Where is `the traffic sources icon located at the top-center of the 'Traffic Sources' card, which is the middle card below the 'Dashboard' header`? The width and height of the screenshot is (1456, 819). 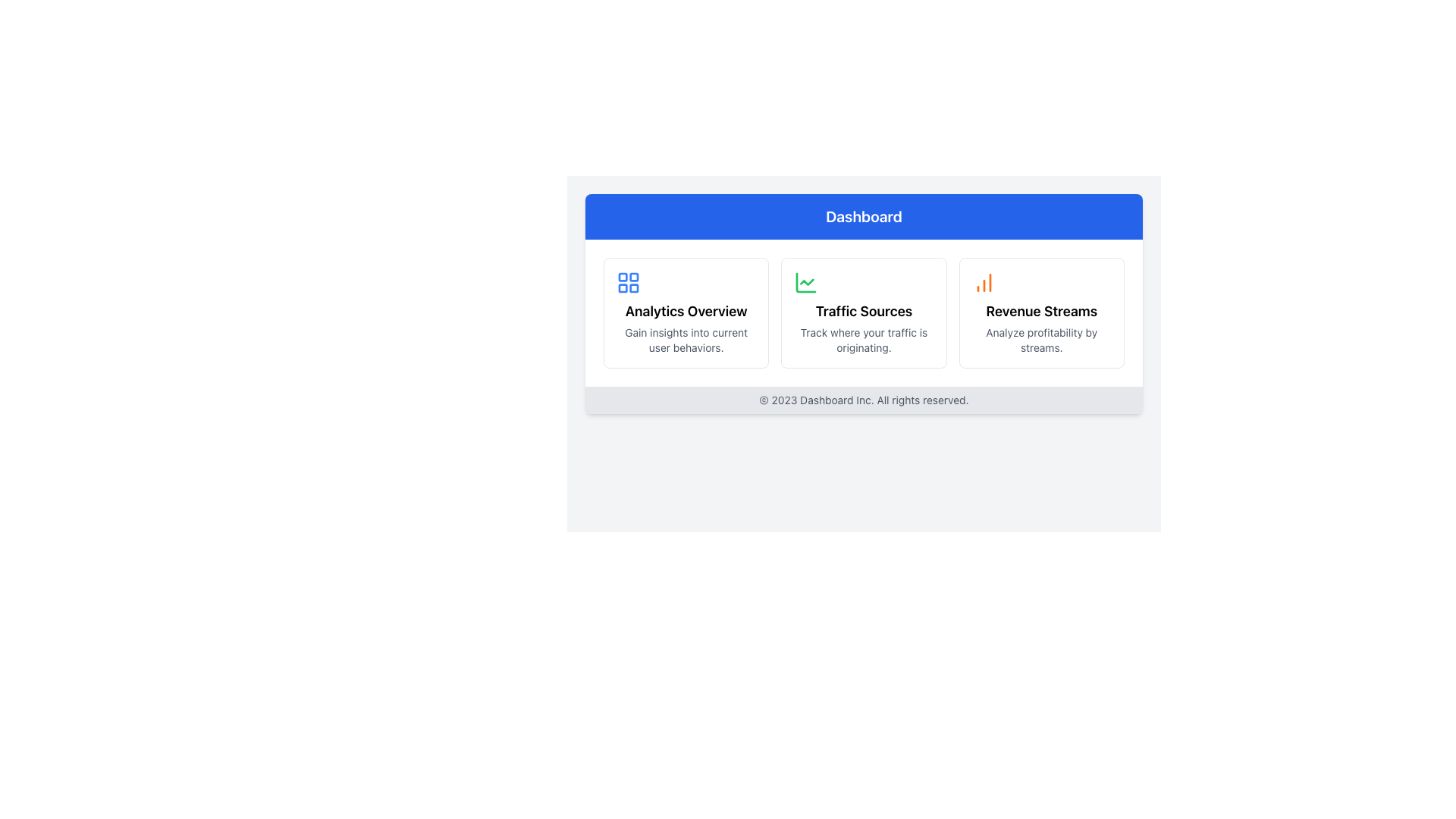
the traffic sources icon located at the top-center of the 'Traffic Sources' card, which is the middle card below the 'Dashboard' header is located at coordinates (805, 283).